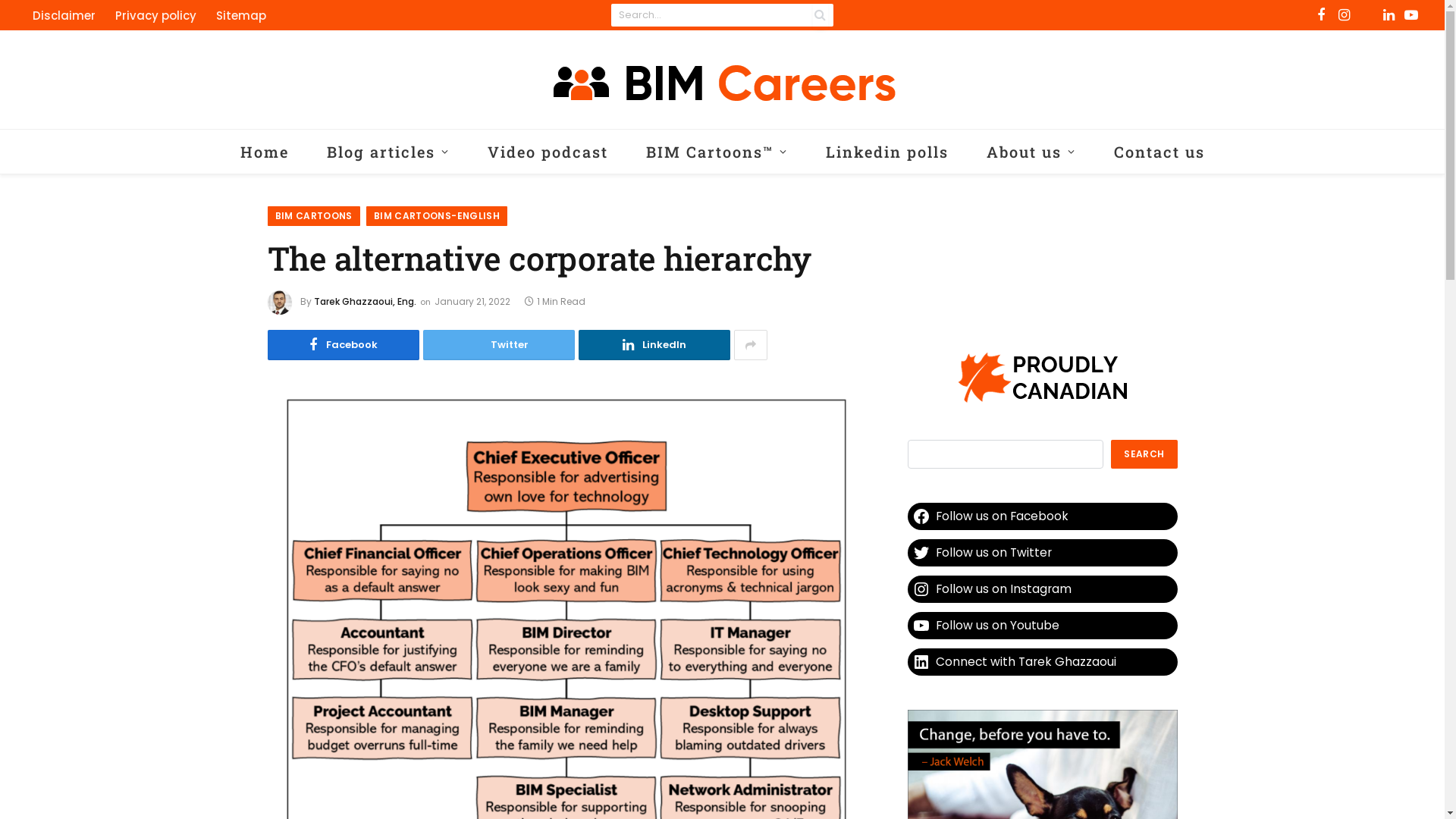  Describe the element at coordinates (436, 216) in the screenshot. I see `'BIM CARTOONS-ENGLISH'` at that location.